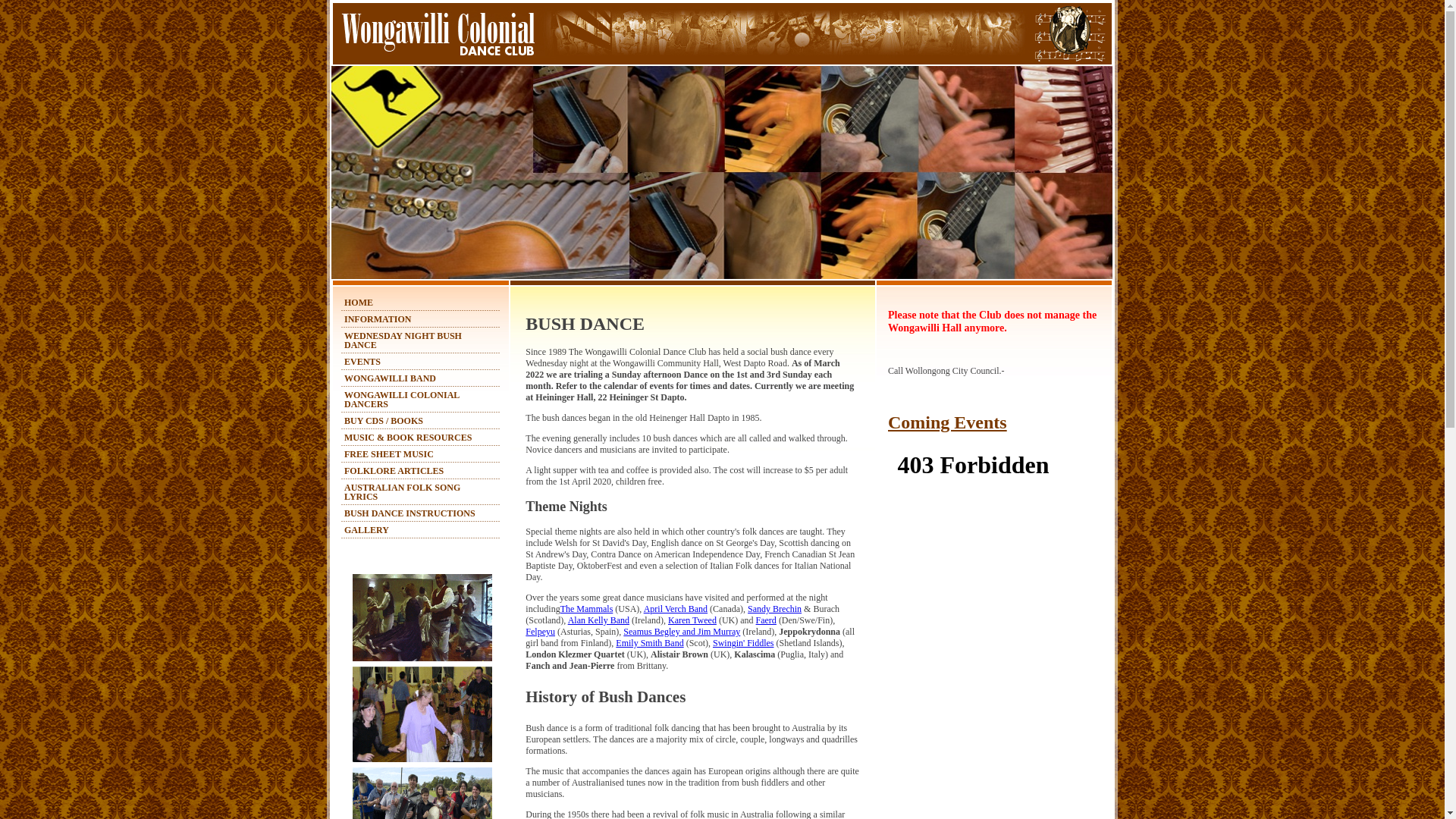 The image size is (1456, 819). Describe the element at coordinates (394, 470) in the screenshot. I see `'FOLKLORE ARTICLES'` at that location.